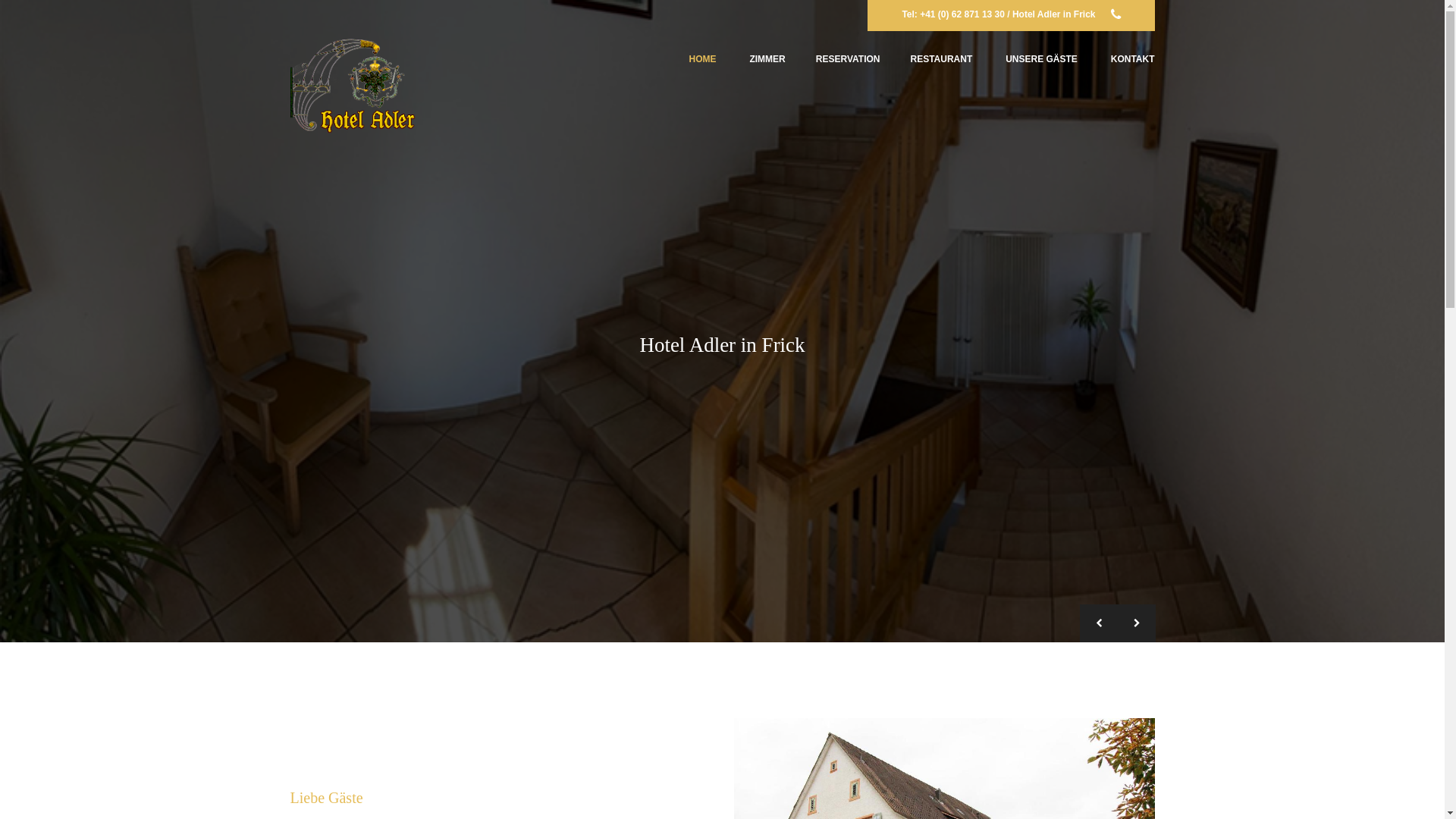 This screenshot has height=819, width=1456. What do you see at coordinates (701, 58) in the screenshot?
I see `'HOME'` at bounding box center [701, 58].